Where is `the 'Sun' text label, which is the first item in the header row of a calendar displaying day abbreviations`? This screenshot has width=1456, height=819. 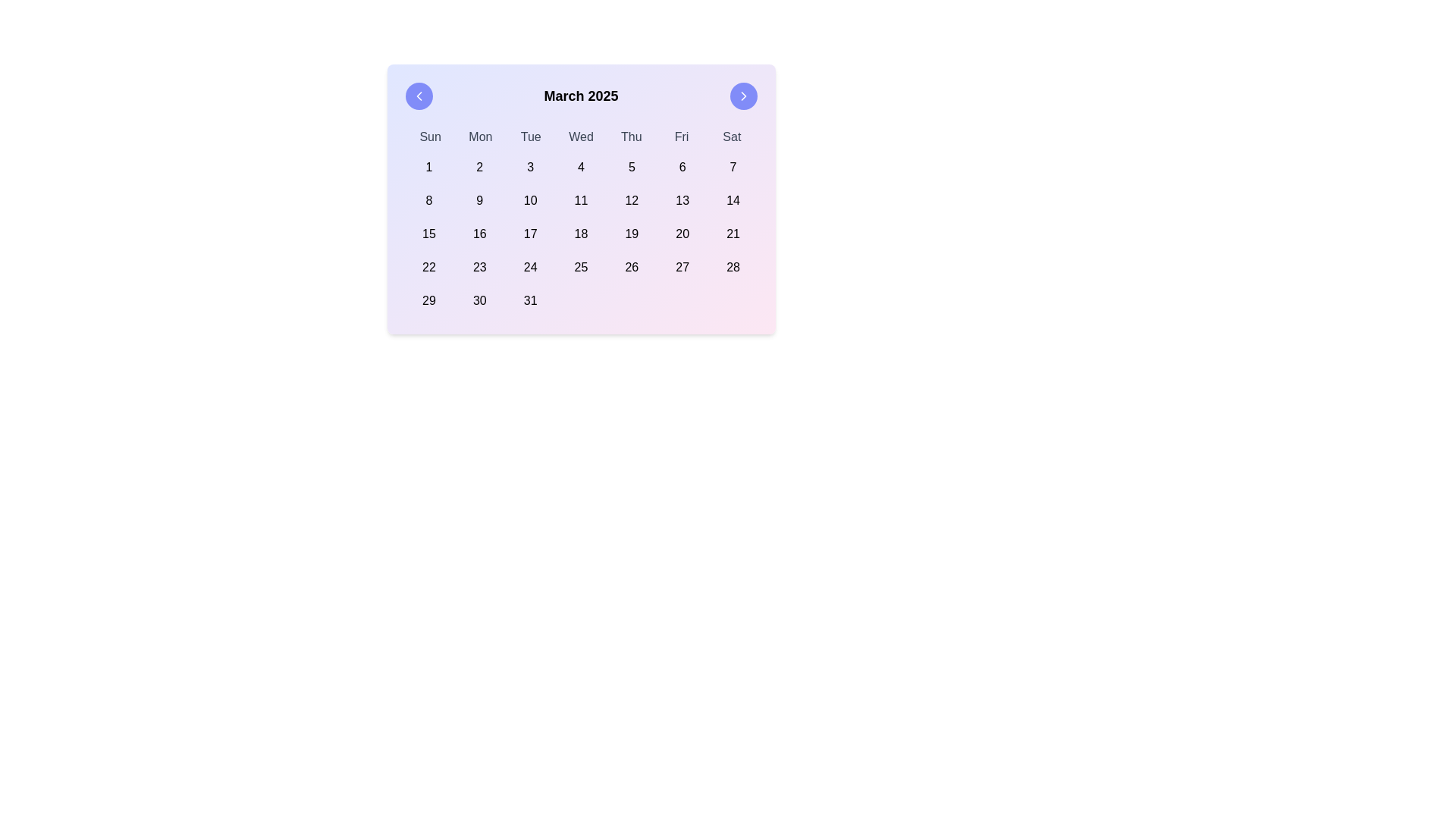 the 'Sun' text label, which is the first item in the header row of a calendar displaying day abbreviations is located at coordinates (429, 137).